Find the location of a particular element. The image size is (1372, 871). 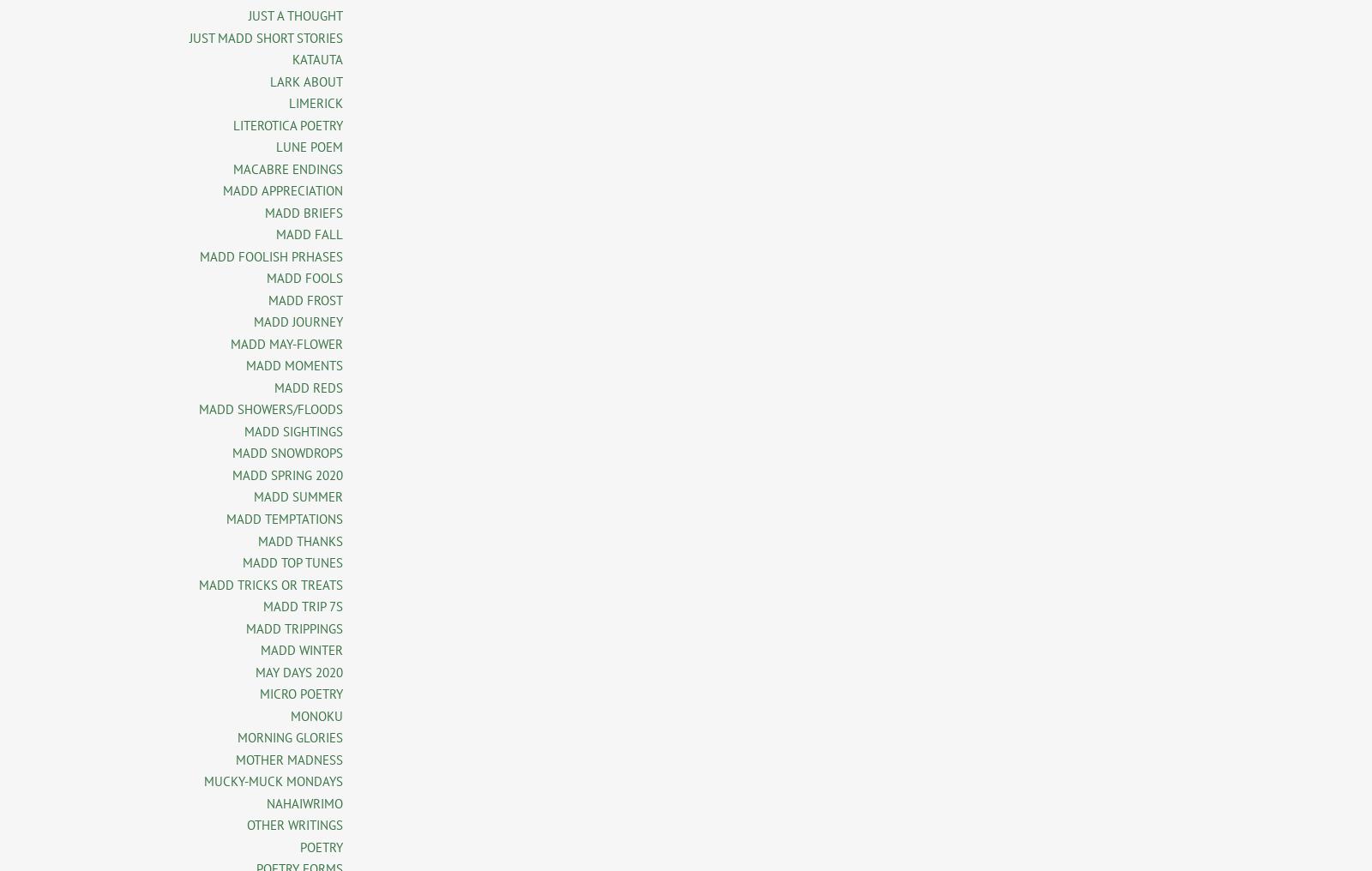

'OTHER WRITINGS' is located at coordinates (295, 825).